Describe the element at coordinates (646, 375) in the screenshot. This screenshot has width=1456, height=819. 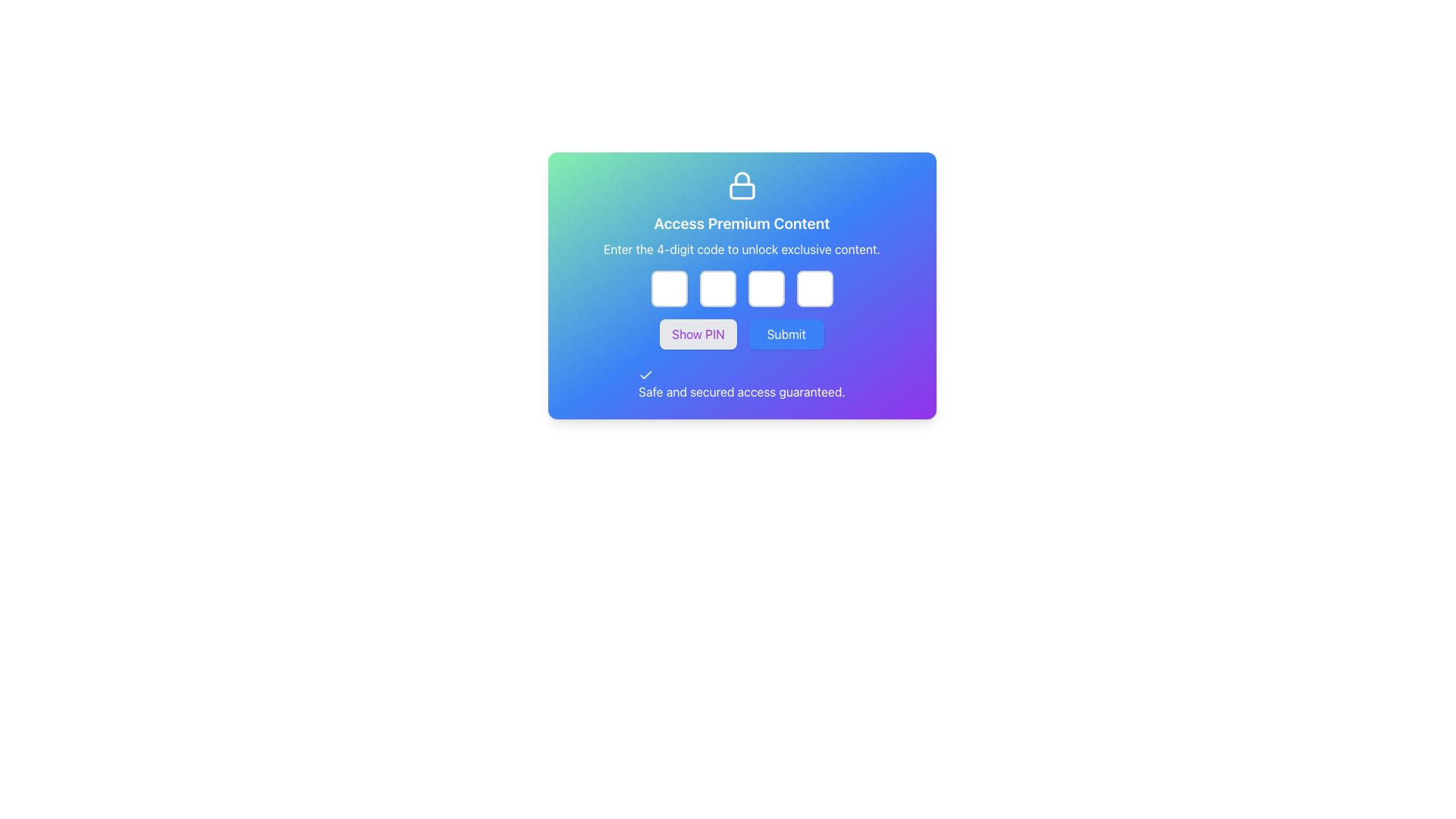
I see `the small checkmark icon with a white stroke on a blue background, located adjacent to the text 'Safe and secured access guaranteed.'` at that location.